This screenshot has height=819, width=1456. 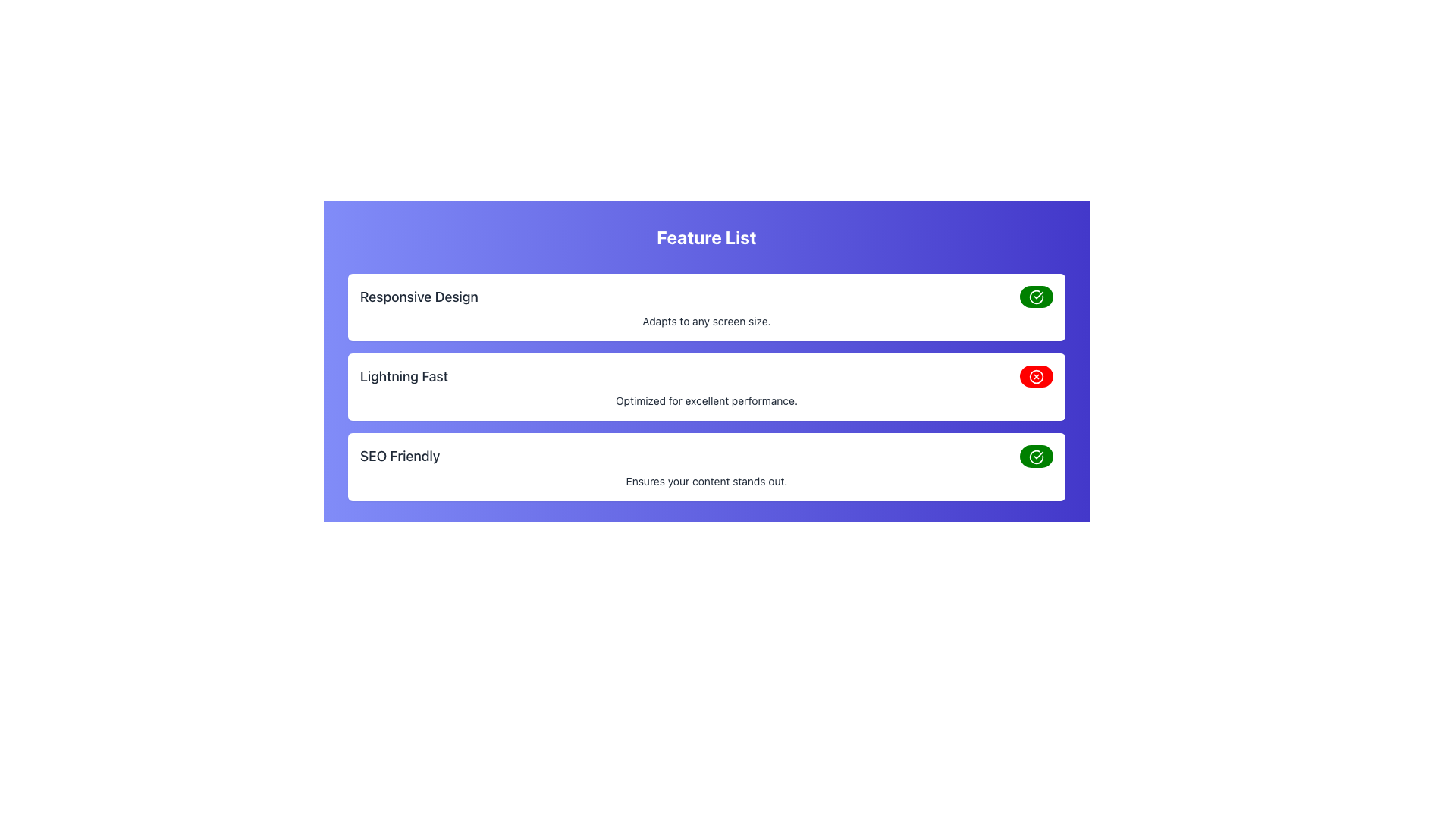 What do you see at coordinates (705, 455) in the screenshot?
I see `the feature status` at bounding box center [705, 455].